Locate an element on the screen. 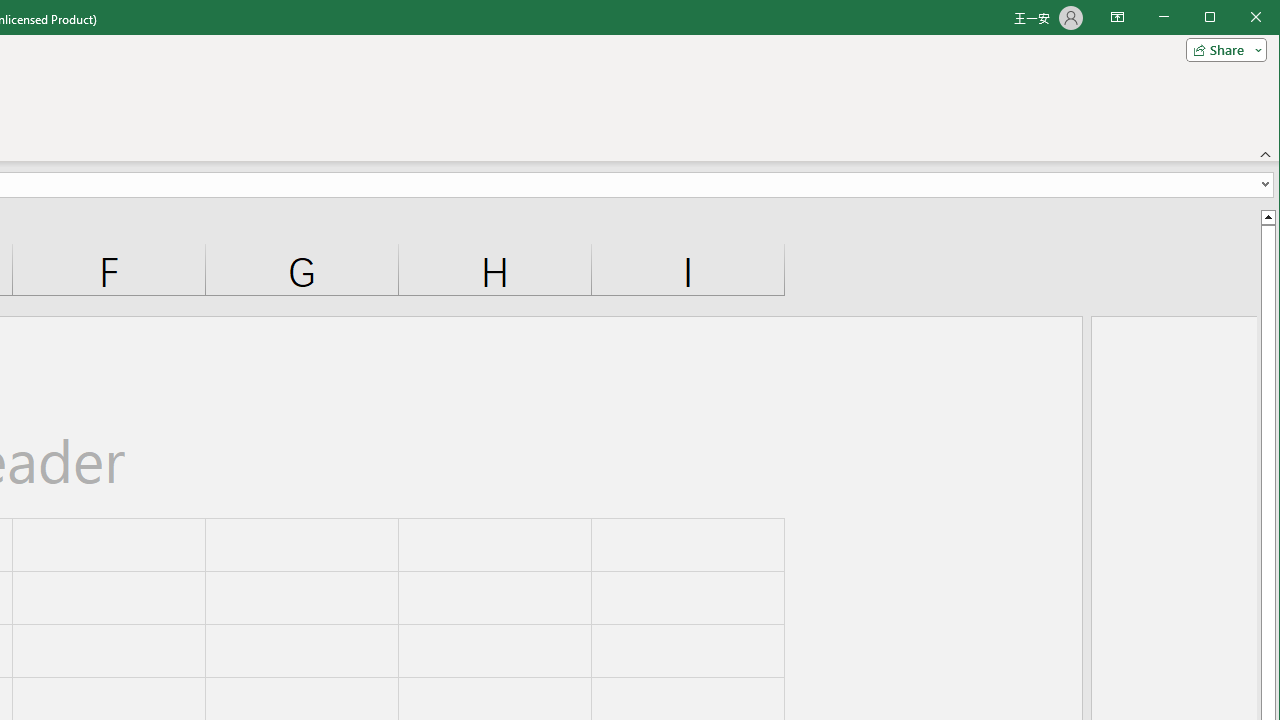 This screenshot has height=720, width=1280. 'Maximize' is located at coordinates (1238, 19).